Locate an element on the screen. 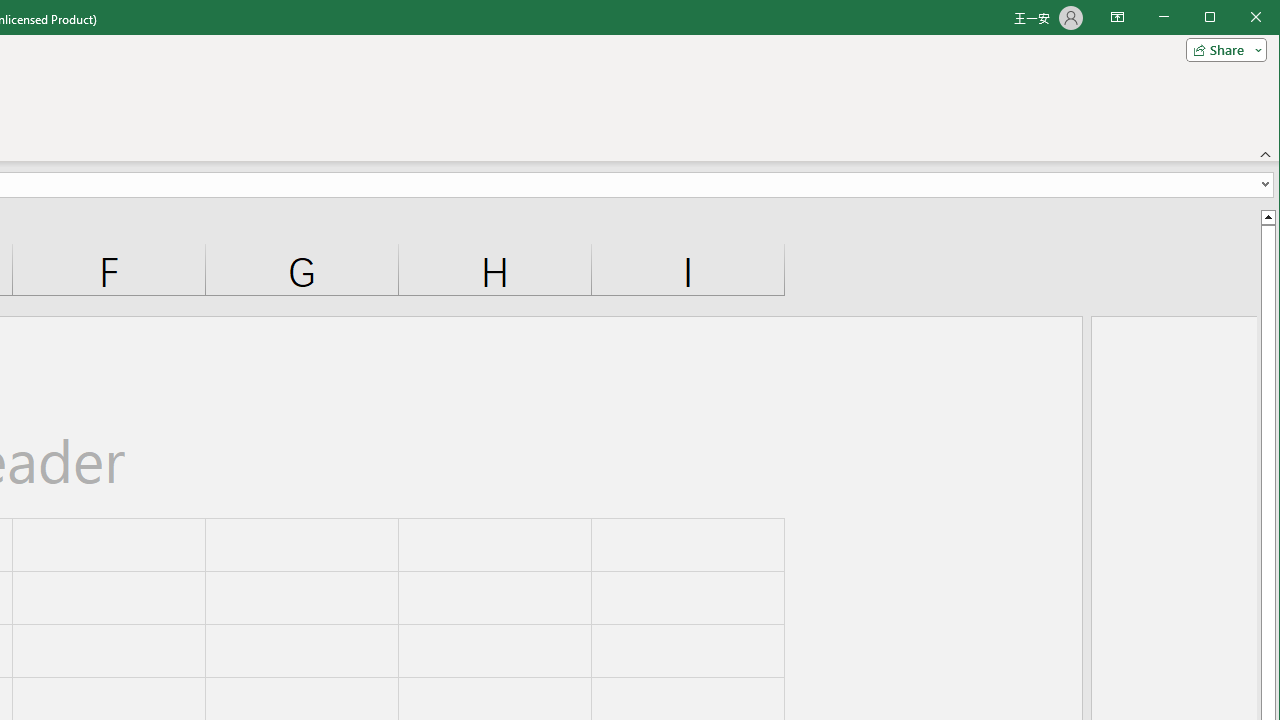 This screenshot has height=720, width=1280. 'Maximize' is located at coordinates (1238, 19).